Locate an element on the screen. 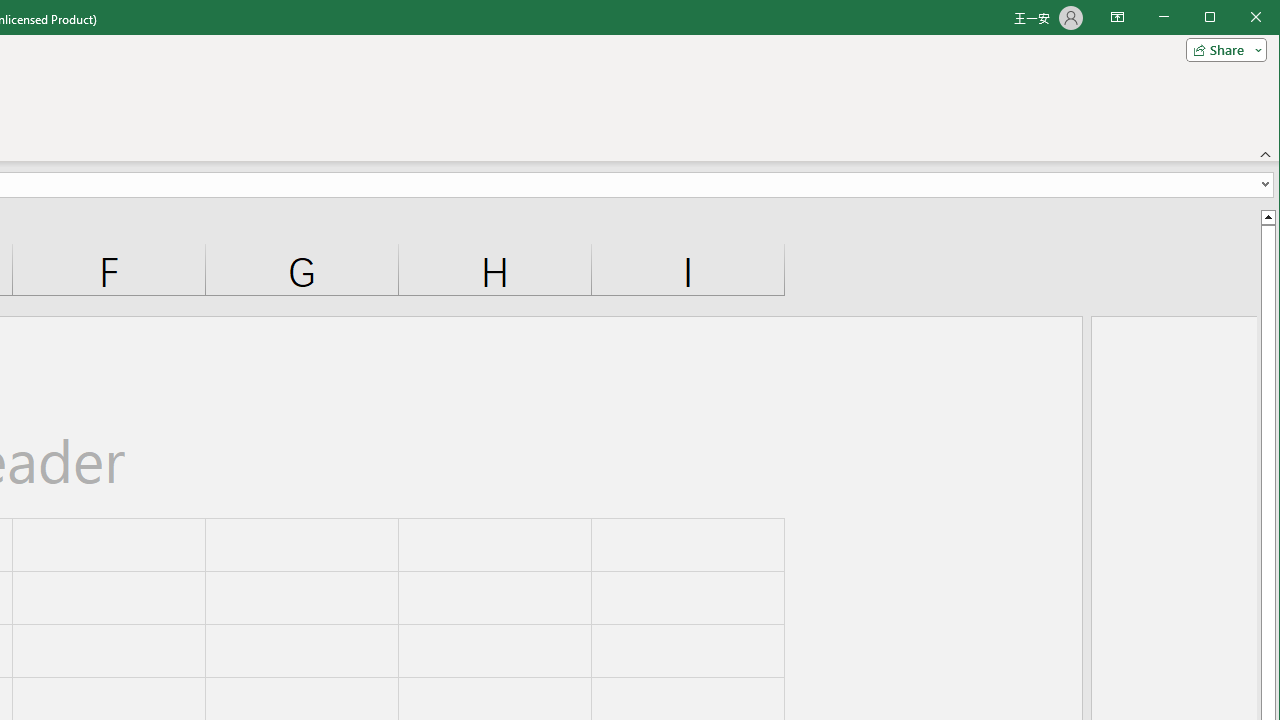 This screenshot has height=720, width=1280. 'Maximize' is located at coordinates (1238, 19).